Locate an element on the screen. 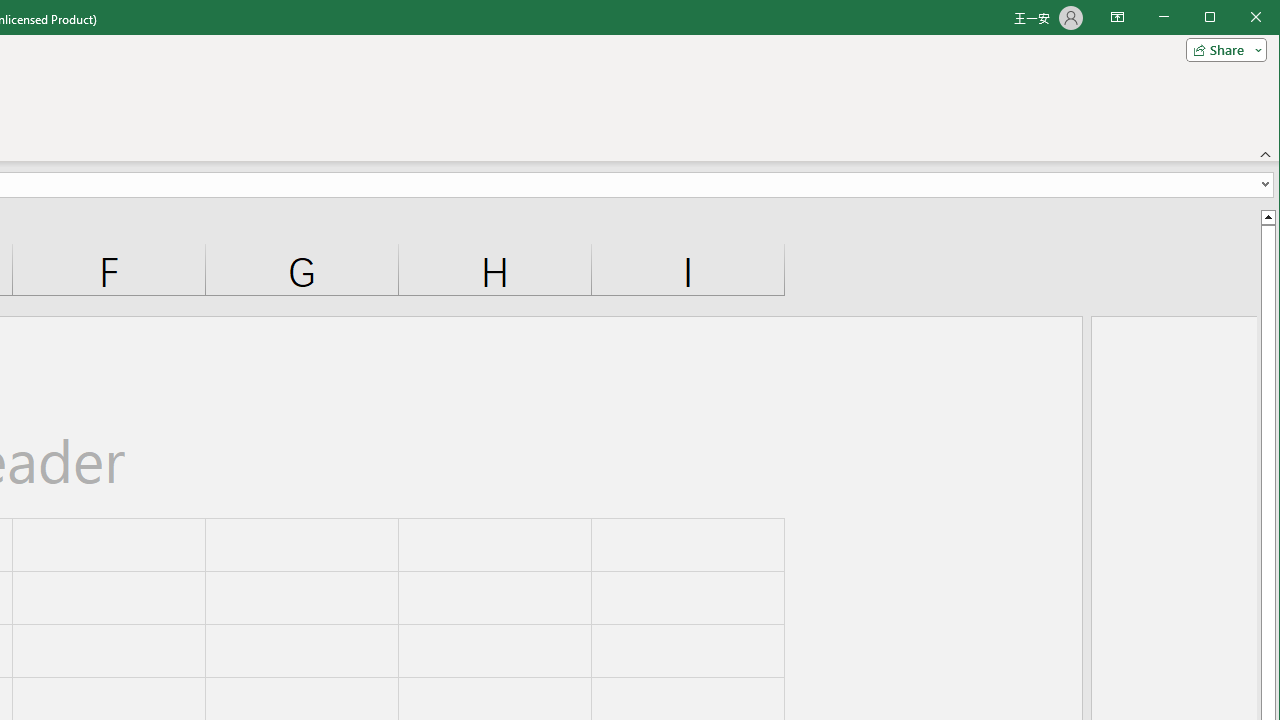 This screenshot has height=720, width=1280. 'Maximize' is located at coordinates (1238, 19).